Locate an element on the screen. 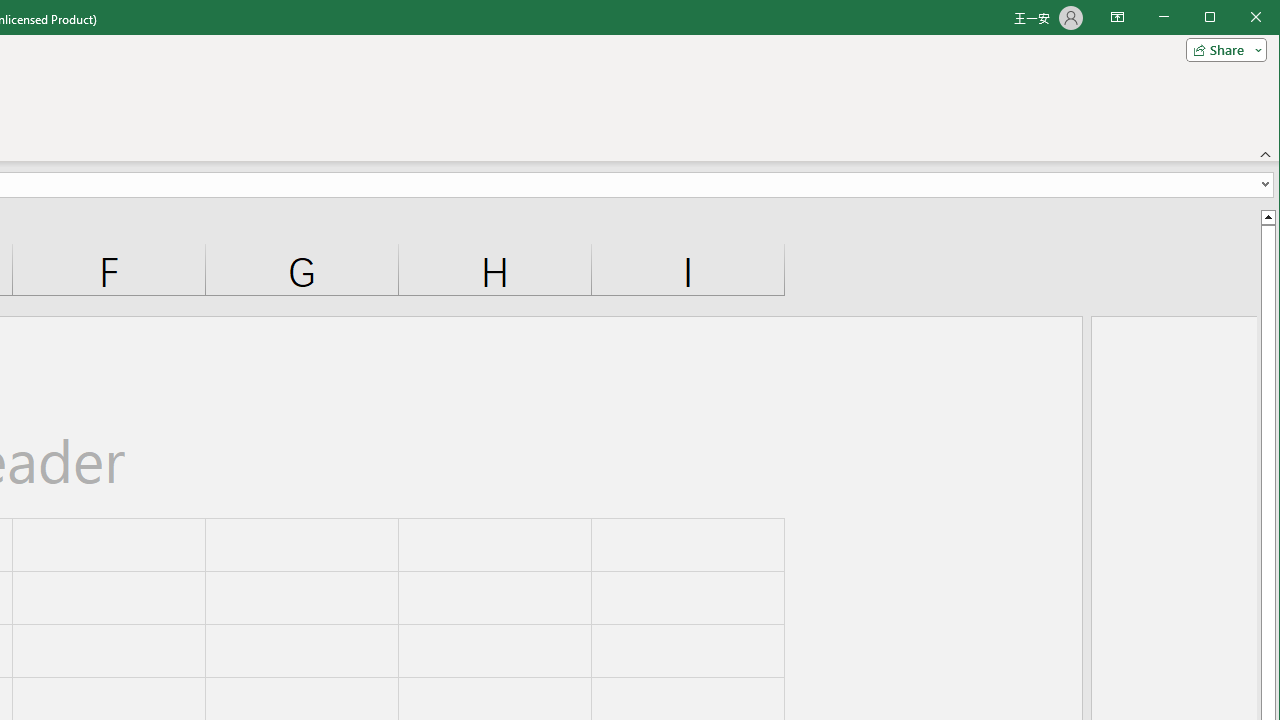 This screenshot has height=720, width=1280. 'Maximize' is located at coordinates (1238, 19).